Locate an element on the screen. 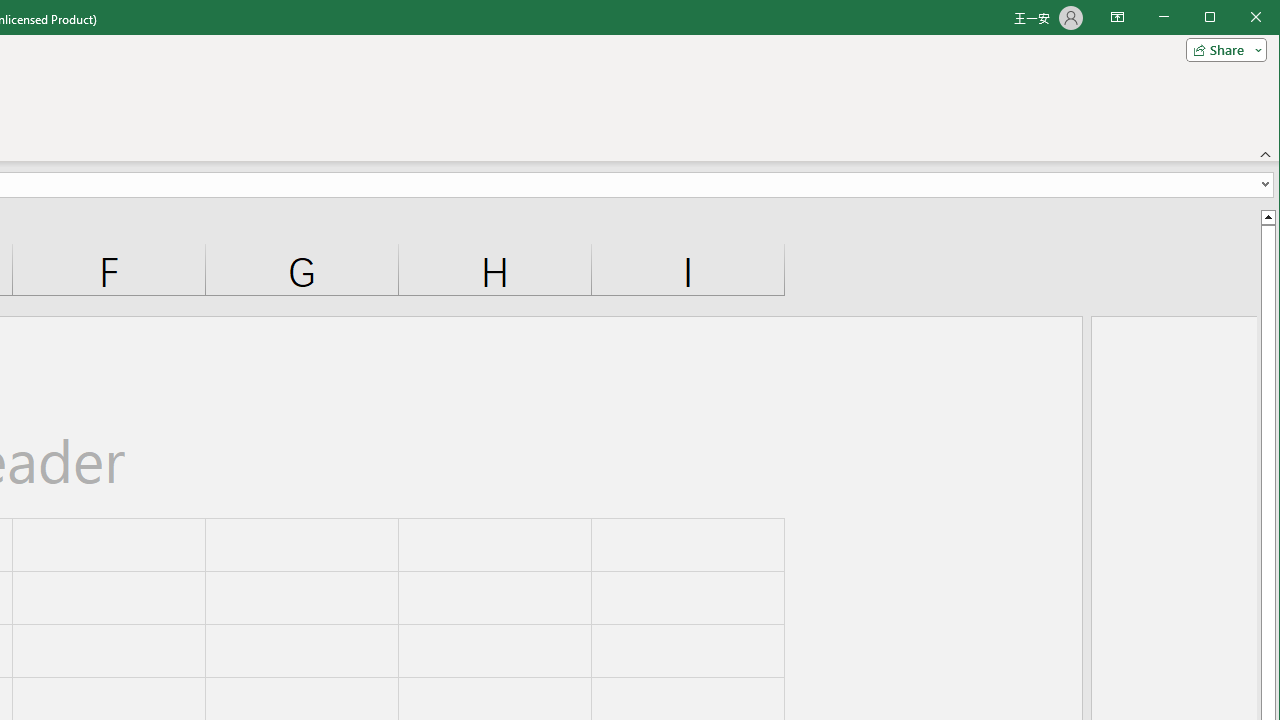 This screenshot has height=720, width=1280. 'Maximize' is located at coordinates (1238, 19).